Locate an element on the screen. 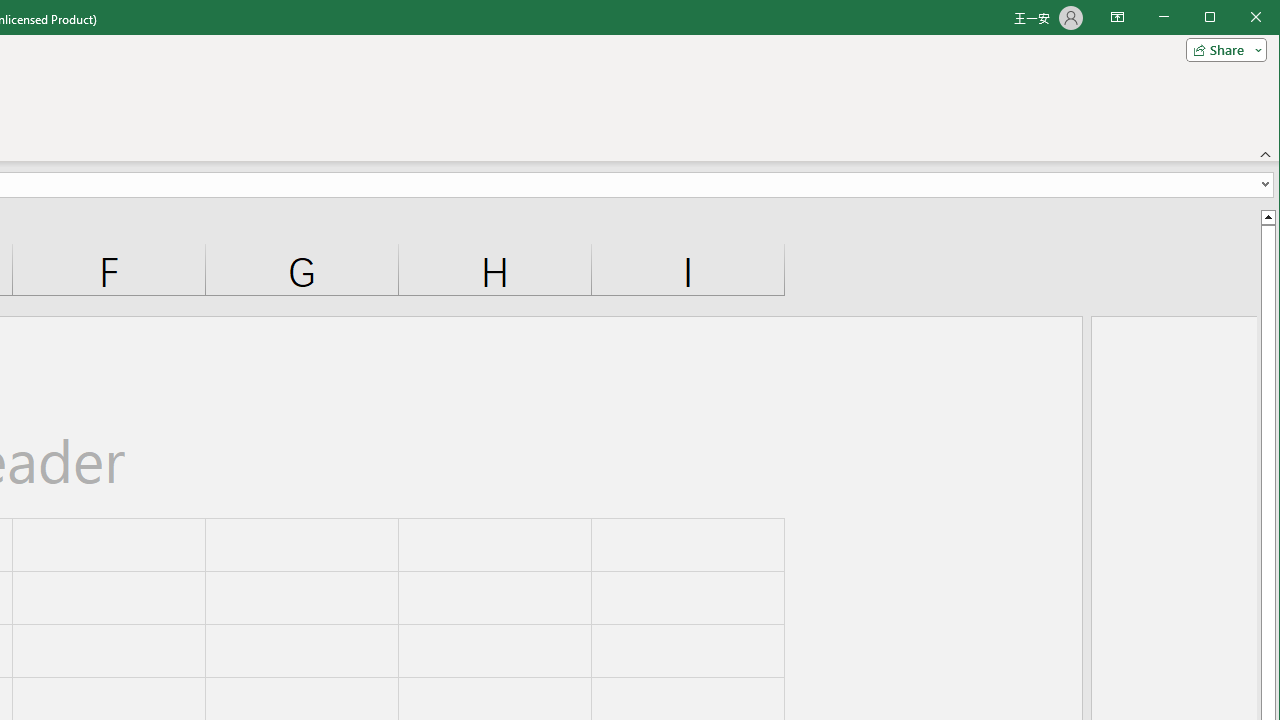 This screenshot has height=720, width=1280. 'Maximize' is located at coordinates (1238, 19).